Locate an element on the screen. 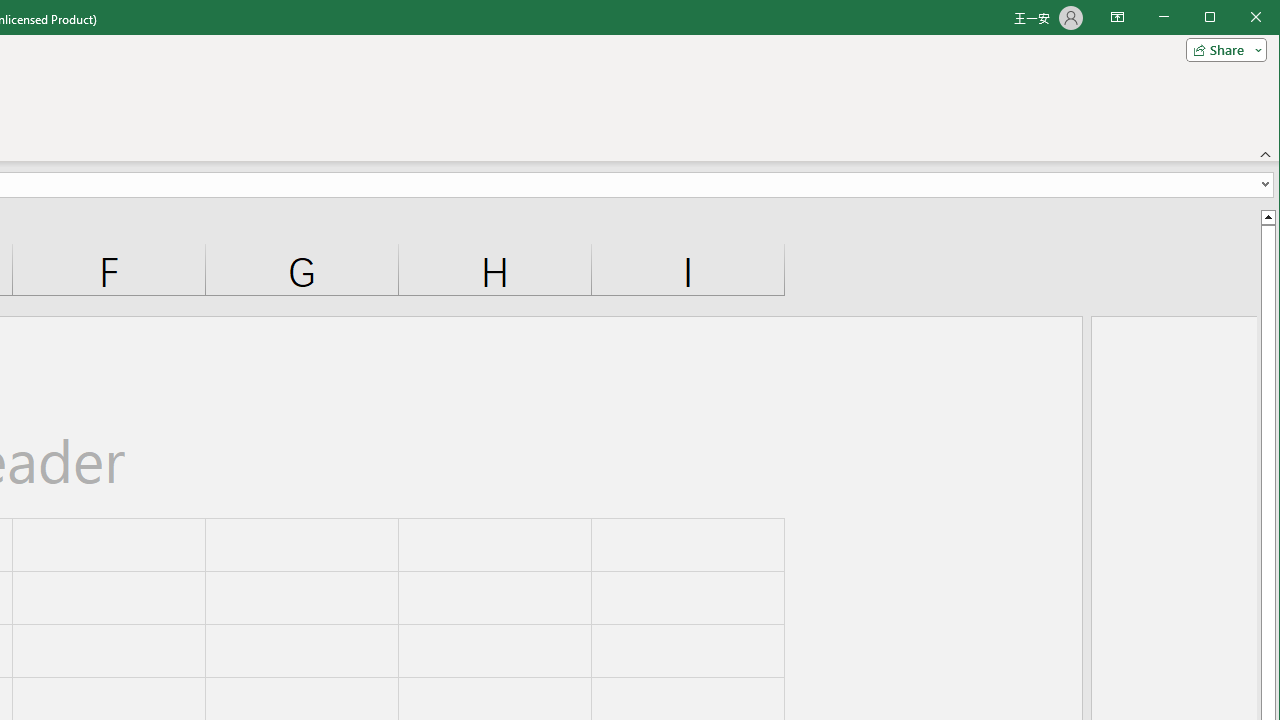 This screenshot has height=720, width=1280. 'Maximize' is located at coordinates (1238, 19).